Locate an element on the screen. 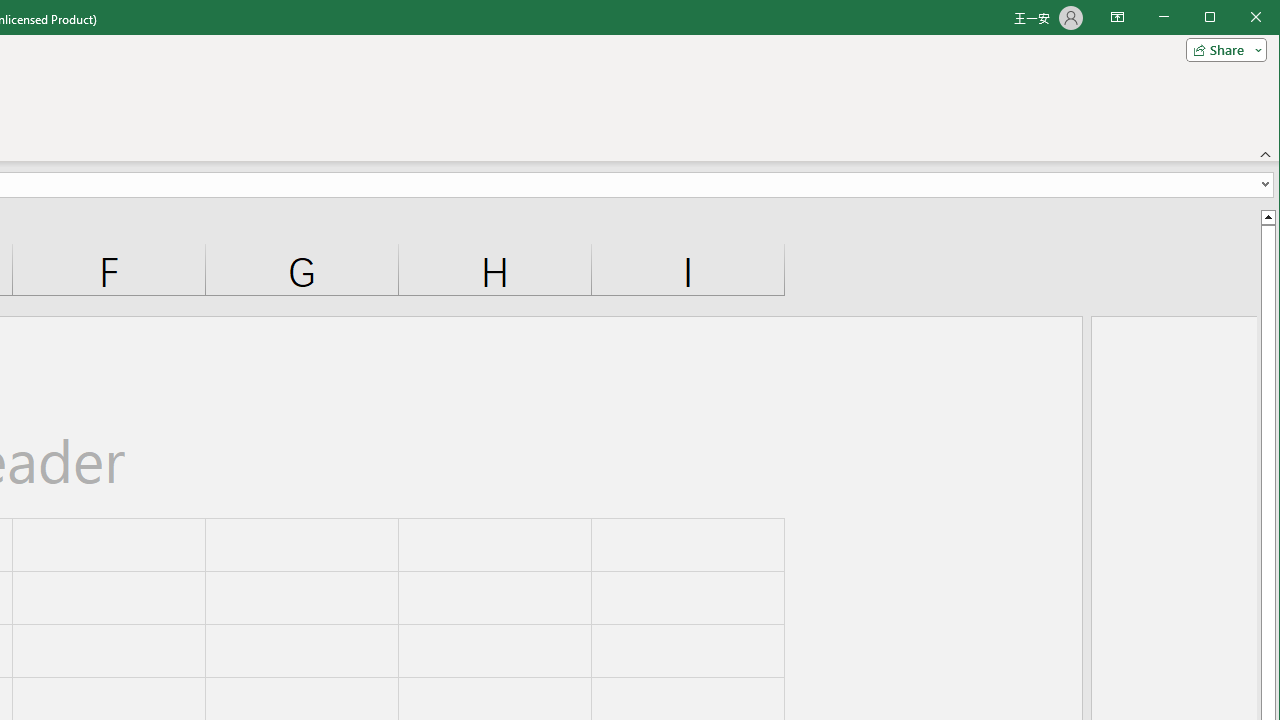 This screenshot has height=720, width=1280. 'Maximize' is located at coordinates (1238, 19).